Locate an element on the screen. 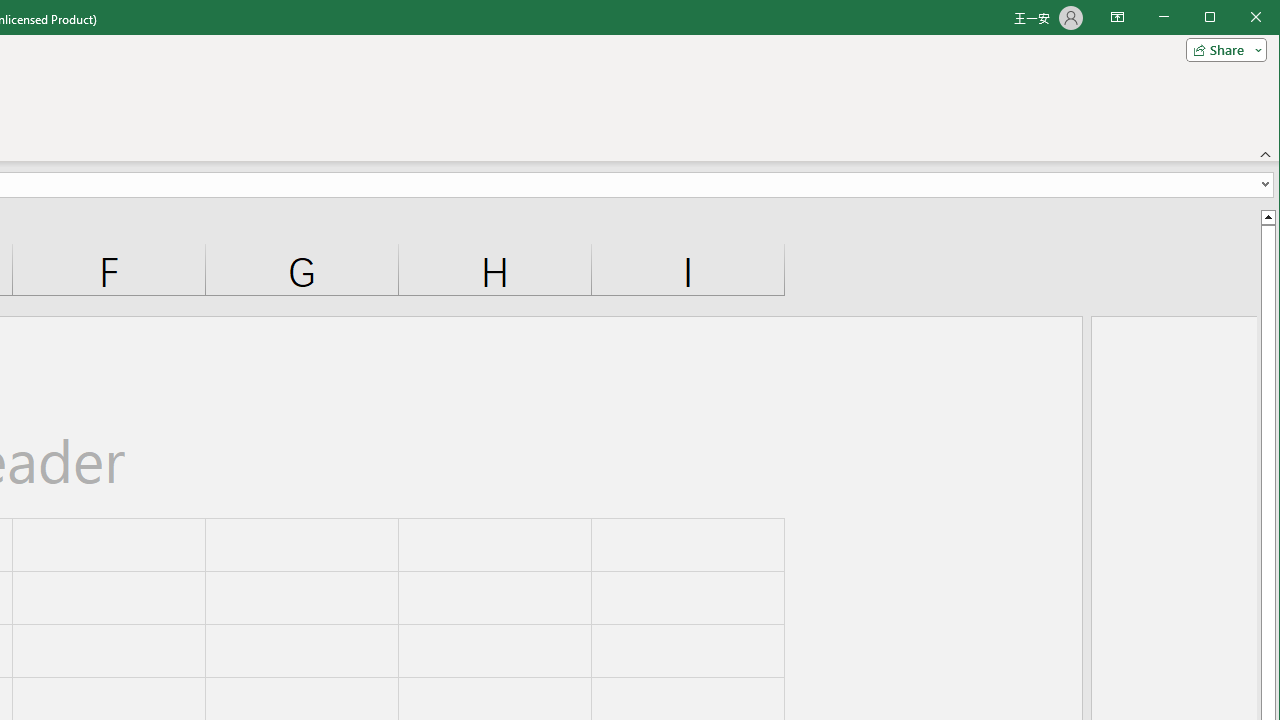 This screenshot has height=720, width=1280. 'Maximize' is located at coordinates (1238, 19).